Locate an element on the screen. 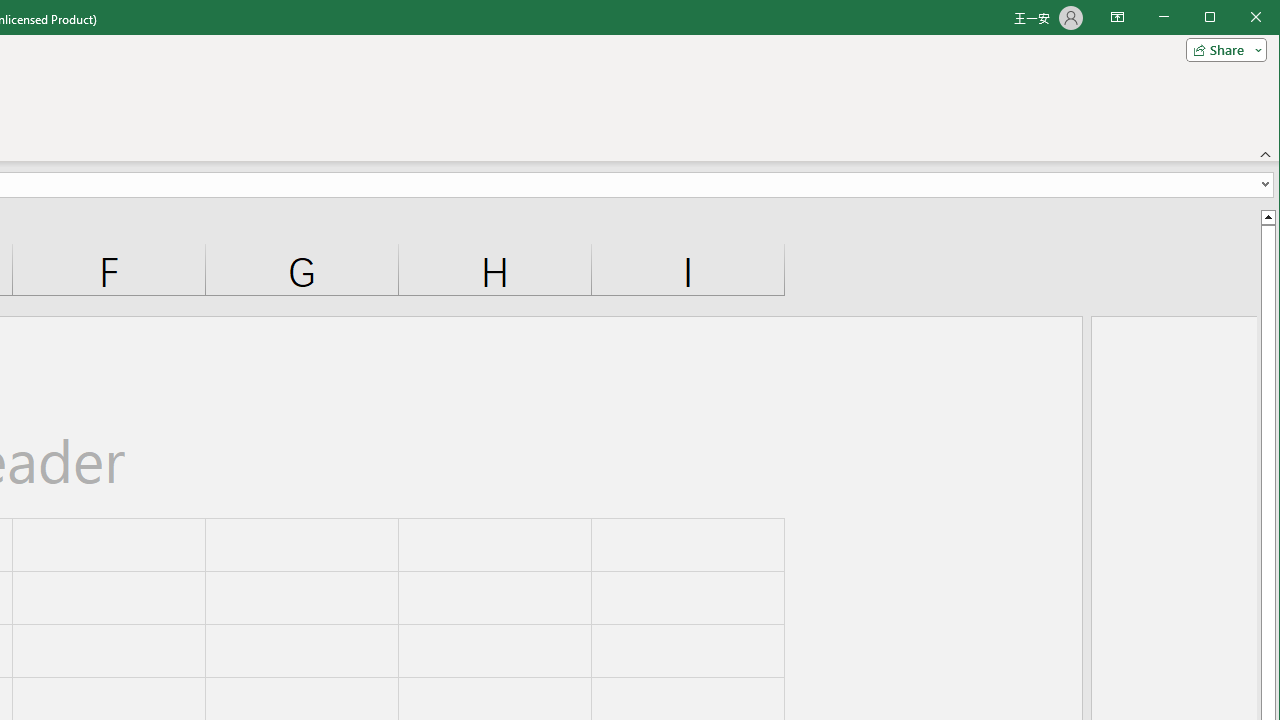 This screenshot has height=720, width=1280. 'Maximize' is located at coordinates (1238, 19).